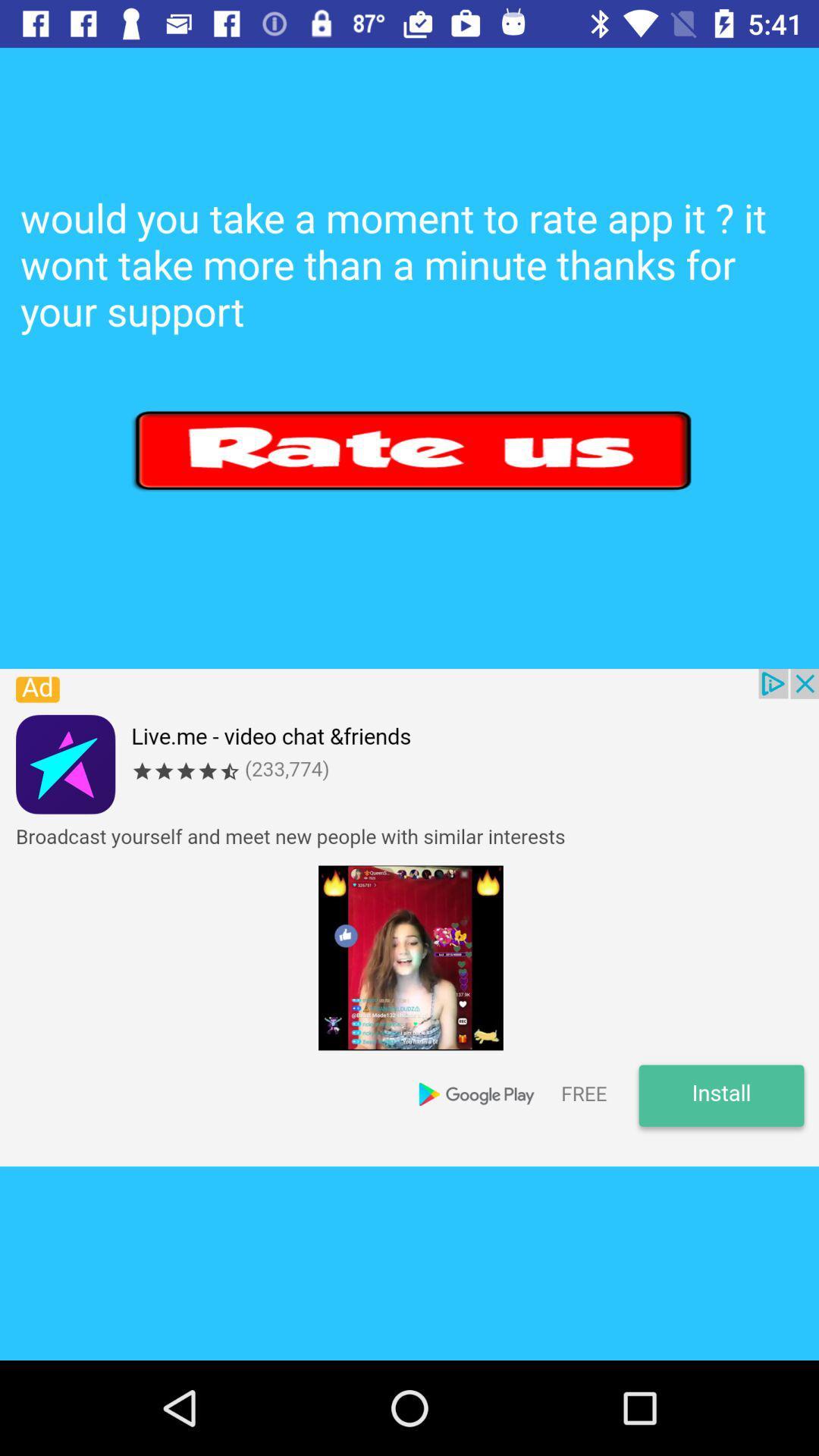 The height and width of the screenshot is (1456, 819). Describe the element at coordinates (415, 449) in the screenshot. I see `rate button` at that location.